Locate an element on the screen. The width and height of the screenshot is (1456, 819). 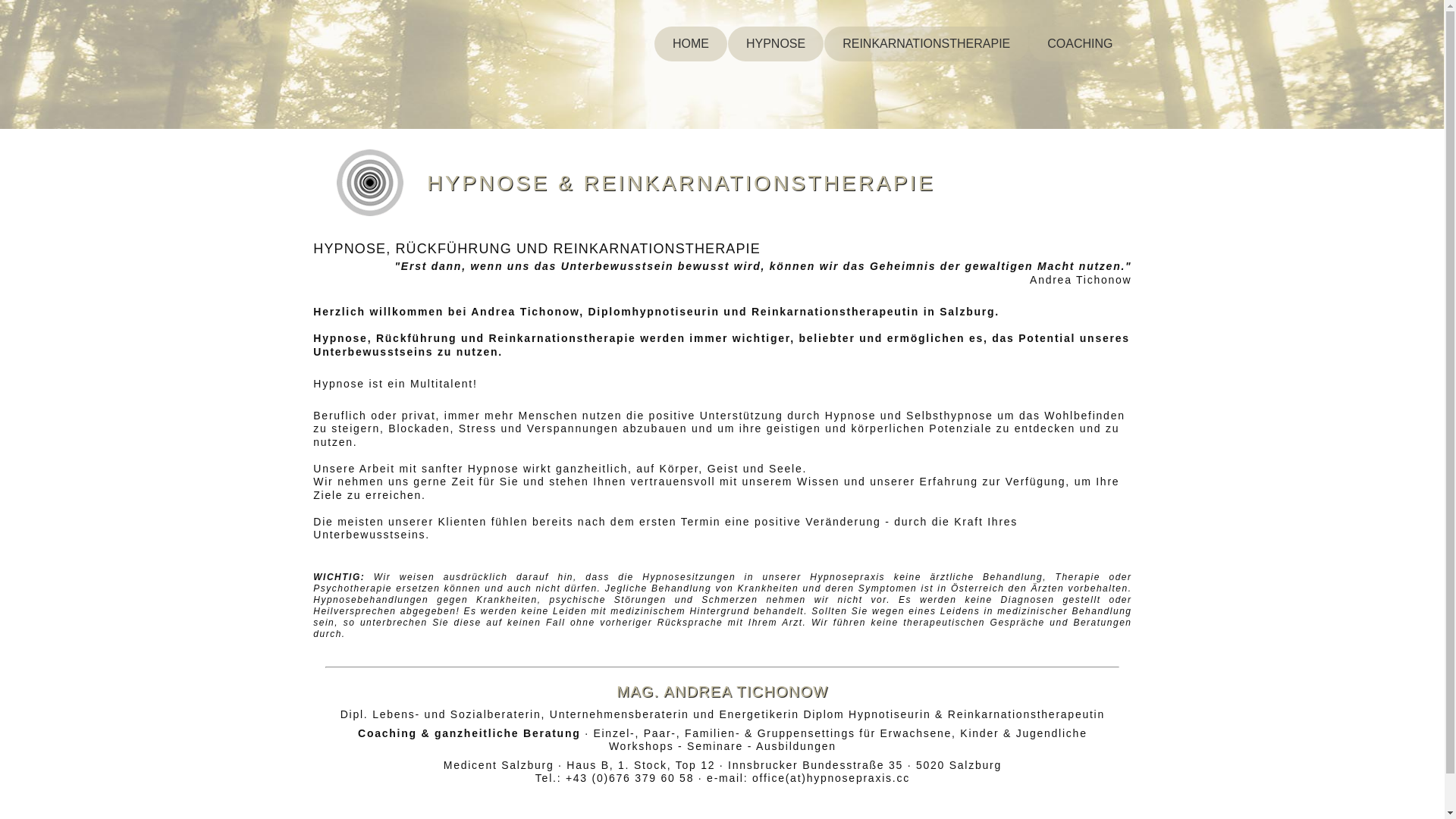
'HYPNOSE' is located at coordinates (728, 42).